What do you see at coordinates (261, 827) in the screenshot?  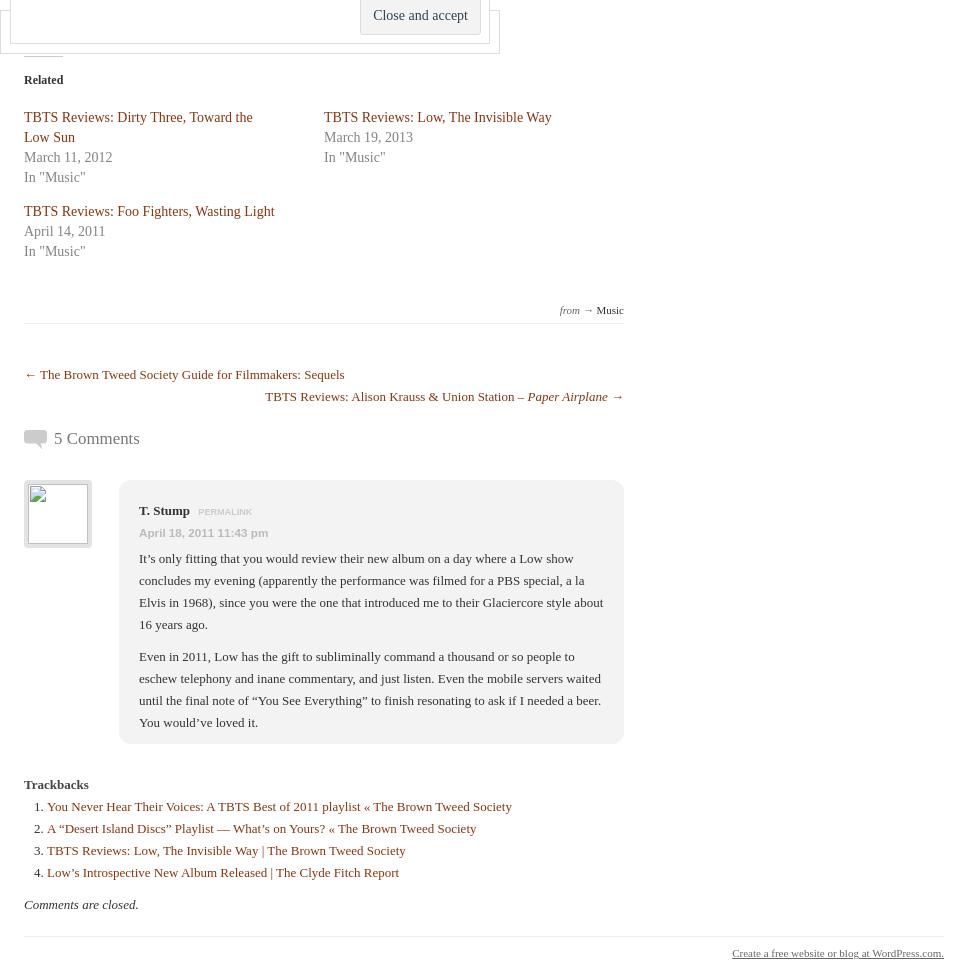 I see `'A “Desert Island Discs” Playlist — What’s on Yours? « The Brown Tweed Society'` at bounding box center [261, 827].